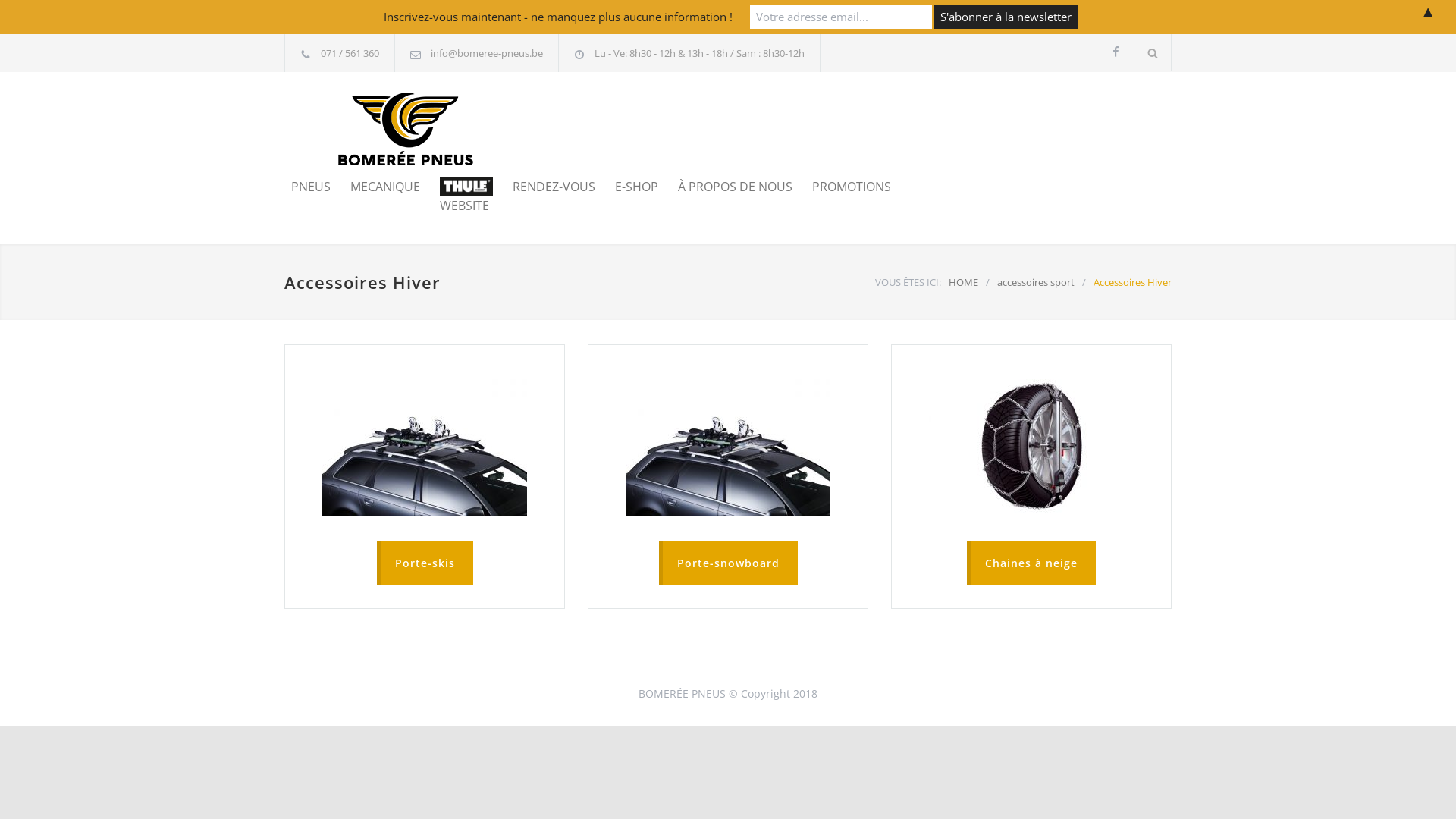 Image resolution: width=1456 pixels, height=819 pixels. What do you see at coordinates (1134, 52) in the screenshot?
I see `'Search'` at bounding box center [1134, 52].